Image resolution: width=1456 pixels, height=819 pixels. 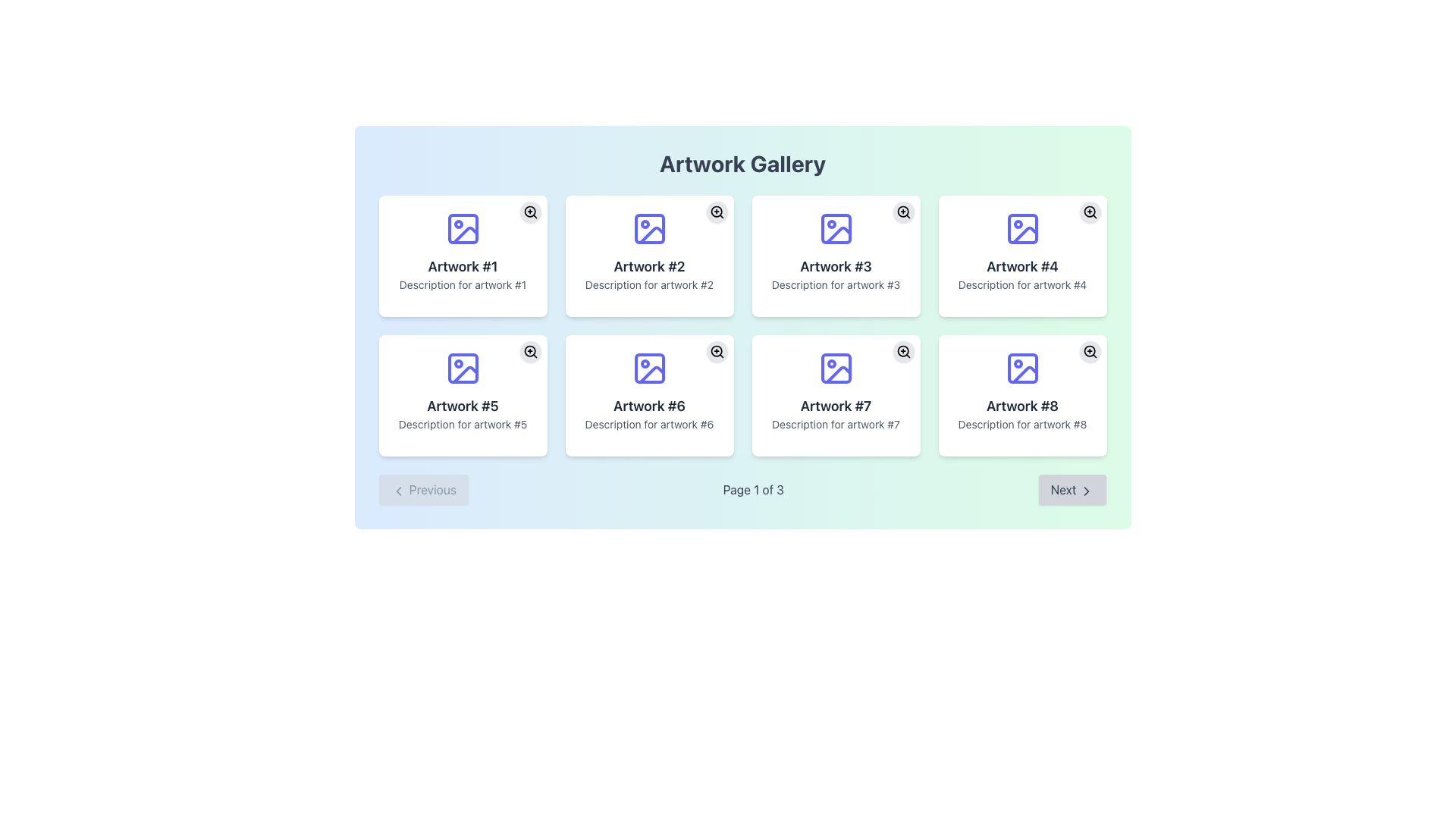 I want to click on the preview card for Artwork #8 located at the bottom-right of the grid layout, so click(x=1022, y=394).